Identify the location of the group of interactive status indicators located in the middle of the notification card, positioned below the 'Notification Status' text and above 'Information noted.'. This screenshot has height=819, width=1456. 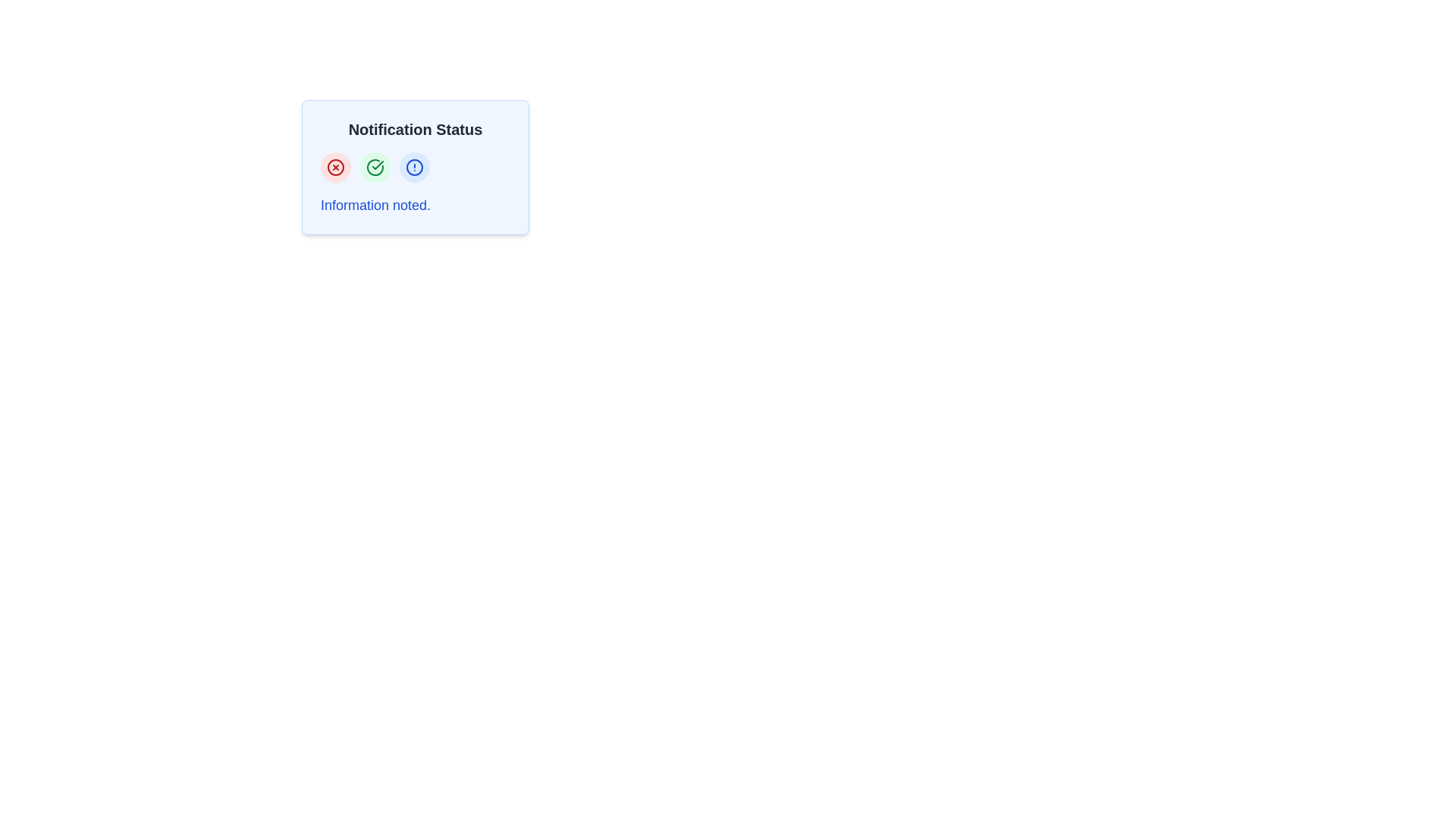
(415, 167).